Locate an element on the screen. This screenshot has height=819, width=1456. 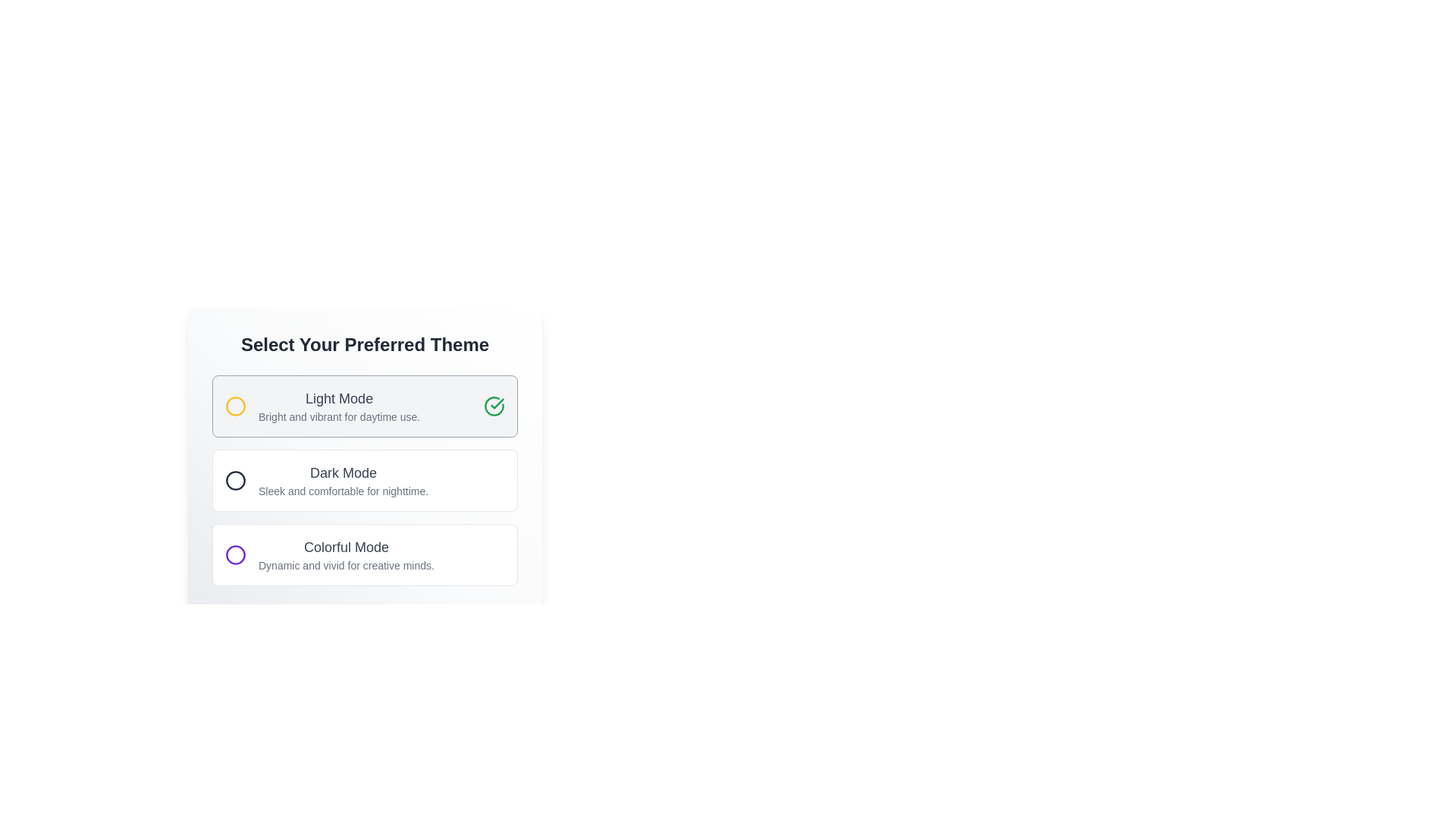
descriptive text 'Bright and vibrant for daytime use.' located below the 'Light Mode' title in the theme selection section is located at coordinates (338, 417).